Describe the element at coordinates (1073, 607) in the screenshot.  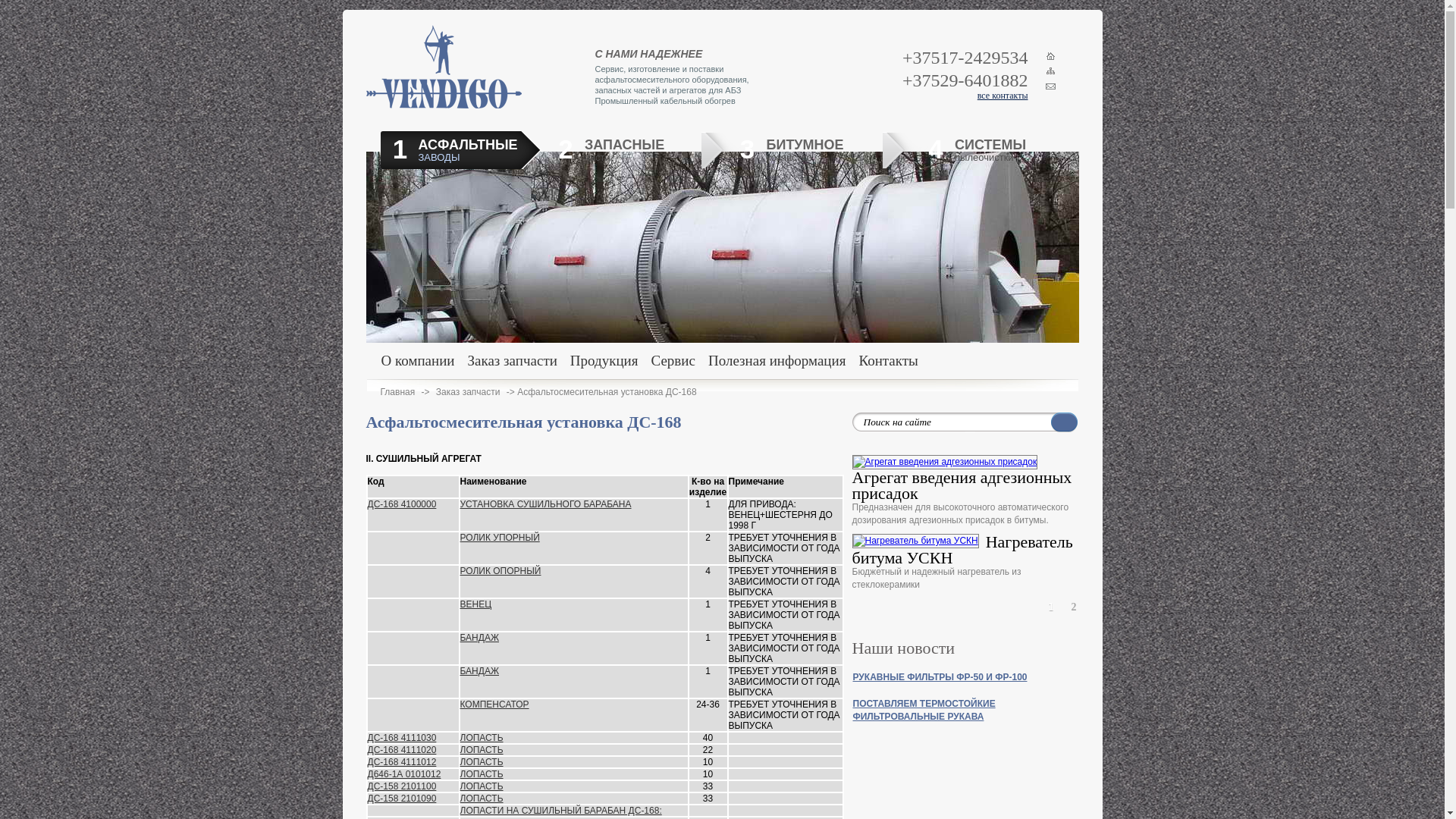
I see `'2'` at that location.